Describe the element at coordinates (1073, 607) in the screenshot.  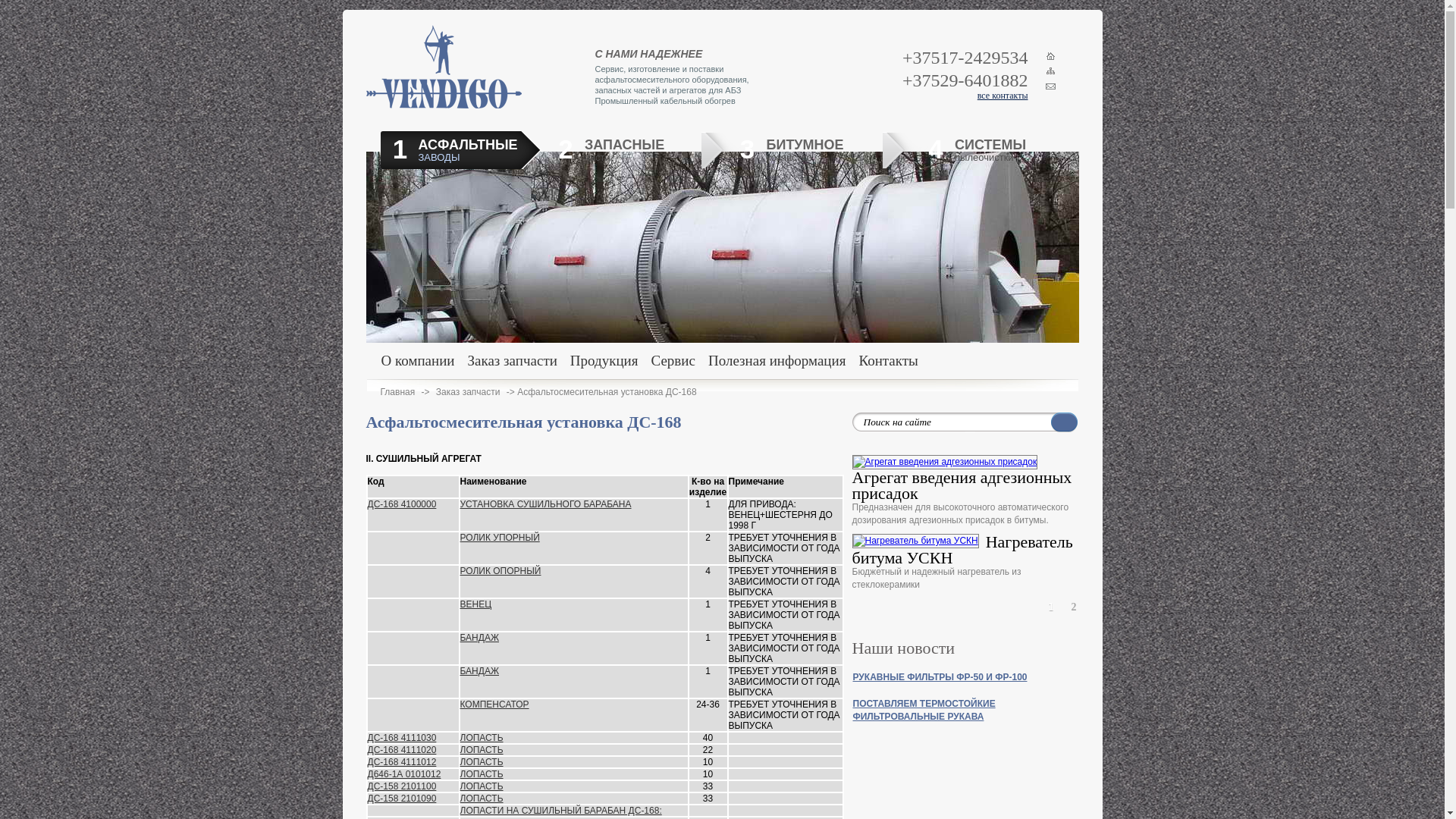
I see `'2'` at that location.